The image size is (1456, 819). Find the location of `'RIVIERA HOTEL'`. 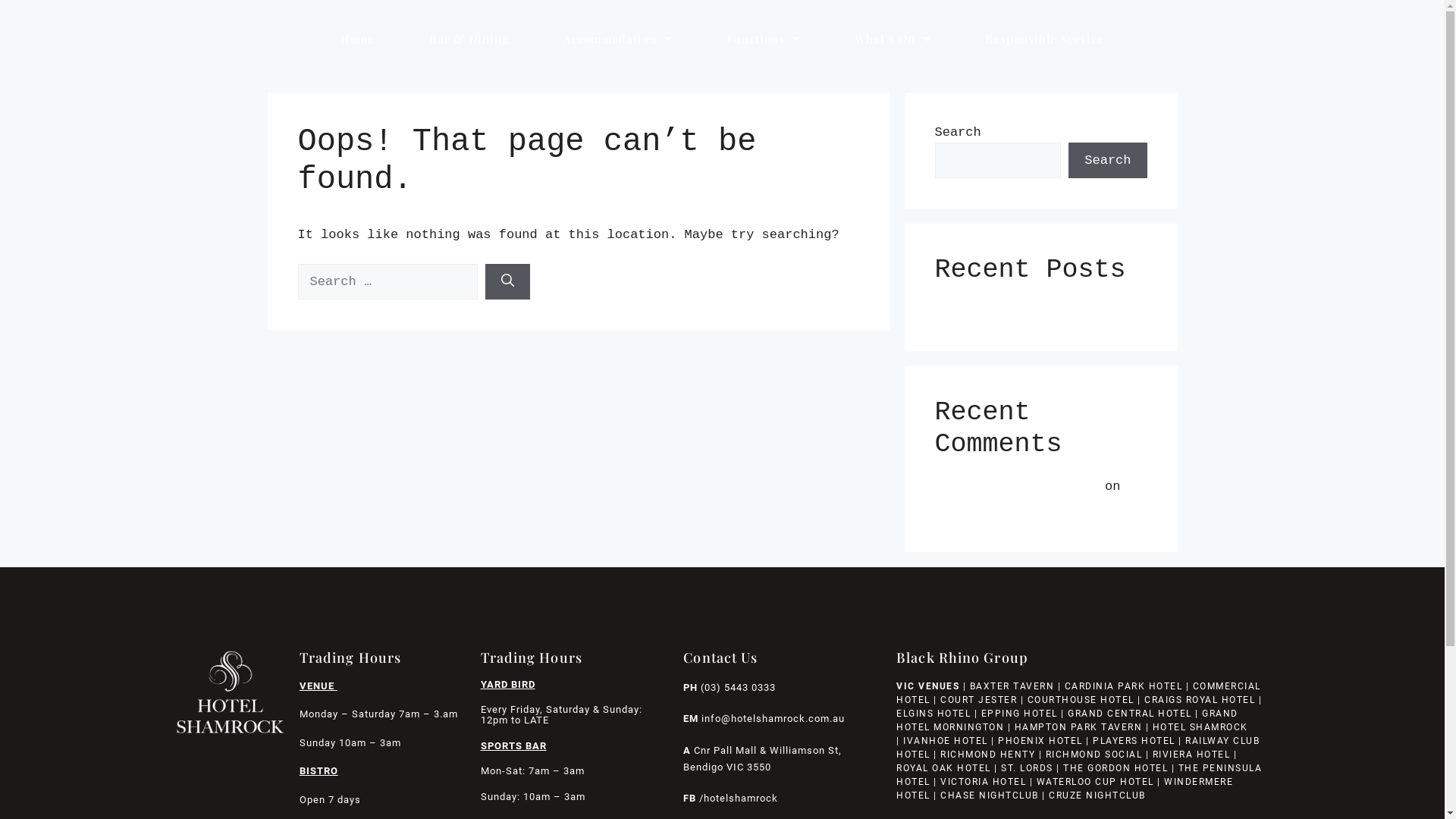

'RIVIERA HOTEL' is located at coordinates (1191, 755).